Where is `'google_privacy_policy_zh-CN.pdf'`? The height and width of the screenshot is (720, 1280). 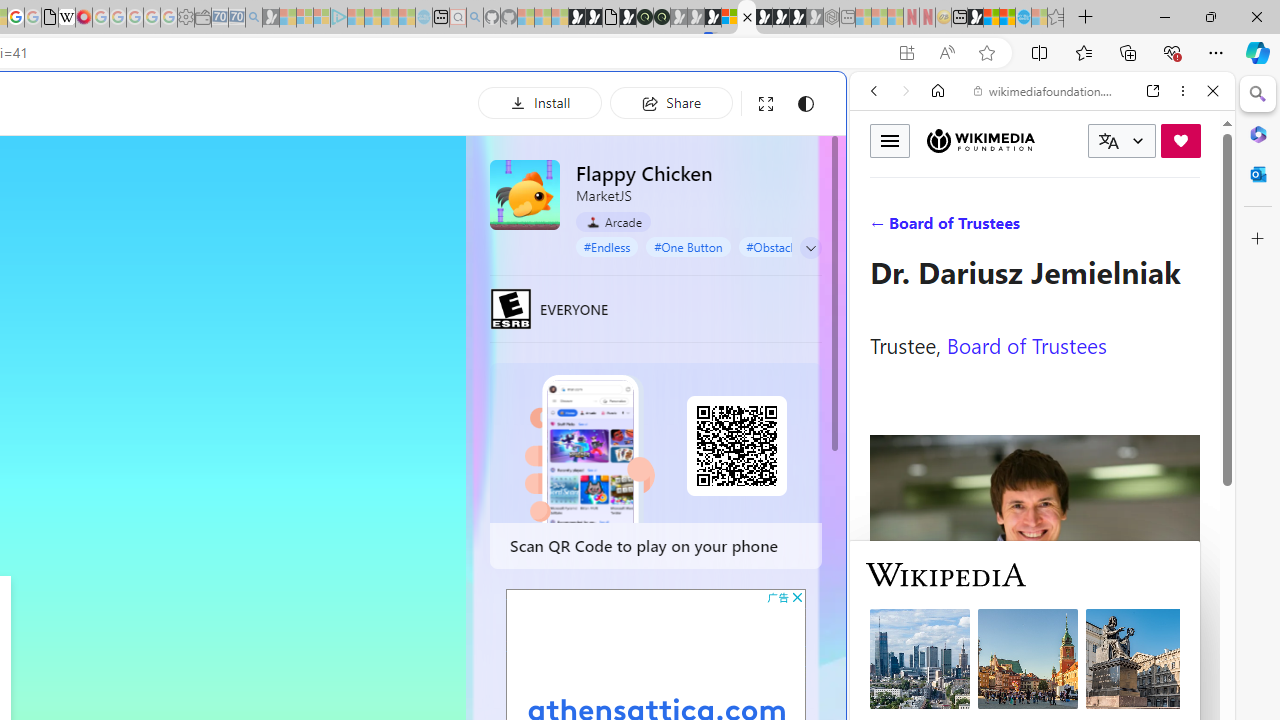 'google_privacy_policy_zh-CN.pdf' is located at coordinates (49, 17).